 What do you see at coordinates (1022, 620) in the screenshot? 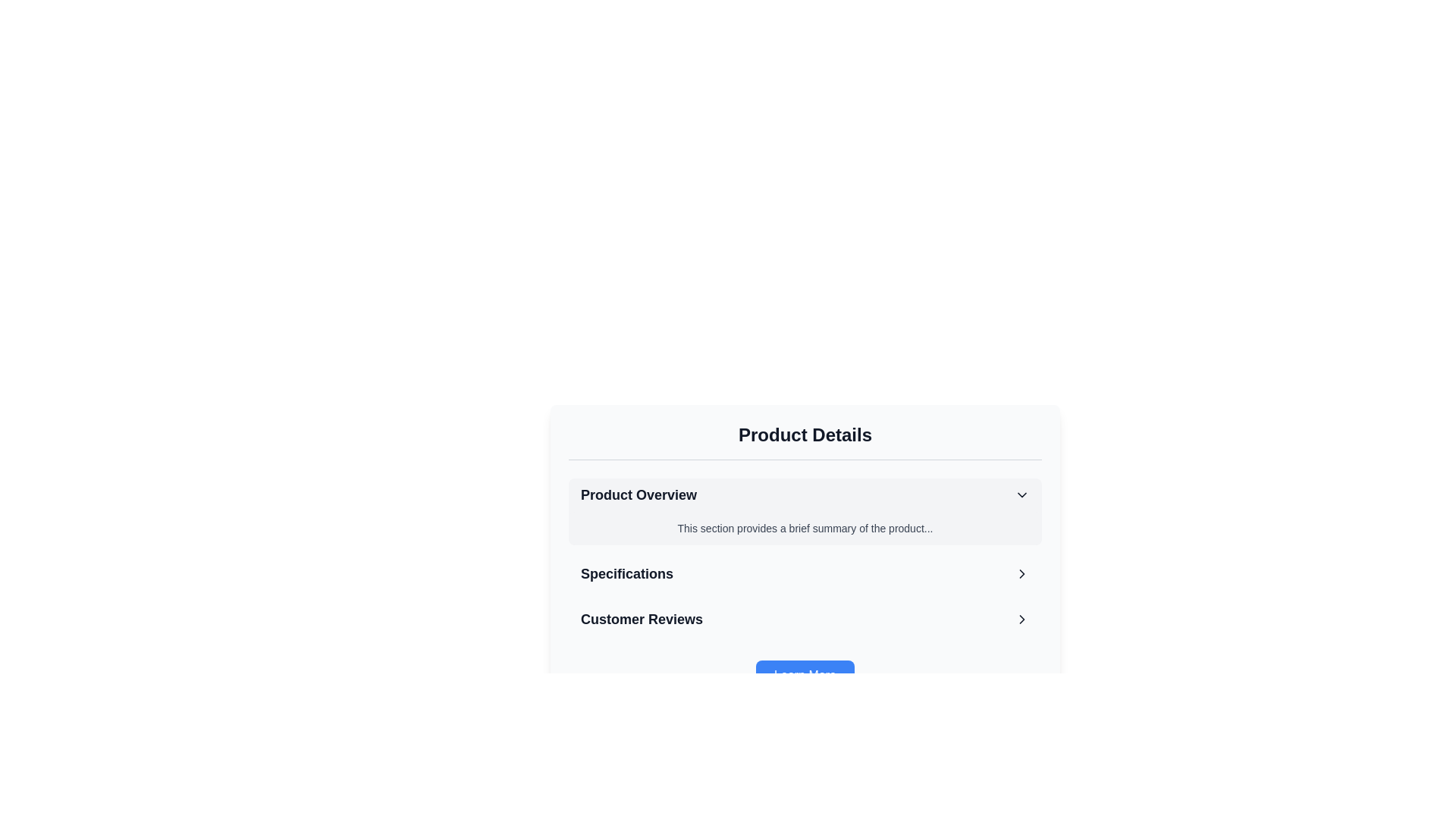
I see `the Chevron Right icon in the Customer Reviews section to trigger a tooltip or style change` at bounding box center [1022, 620].